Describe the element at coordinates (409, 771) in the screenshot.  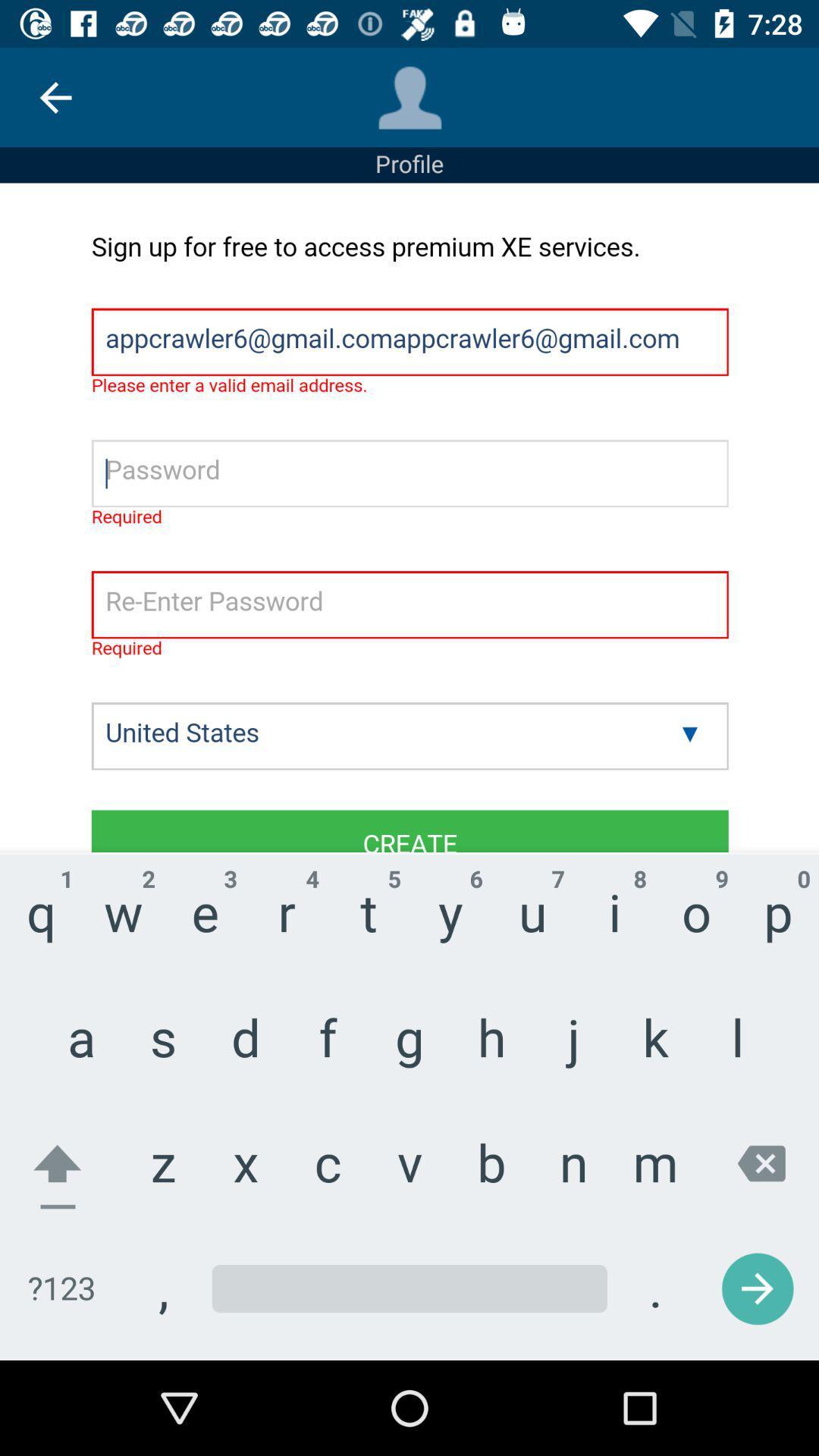
I see `page content` at that location.